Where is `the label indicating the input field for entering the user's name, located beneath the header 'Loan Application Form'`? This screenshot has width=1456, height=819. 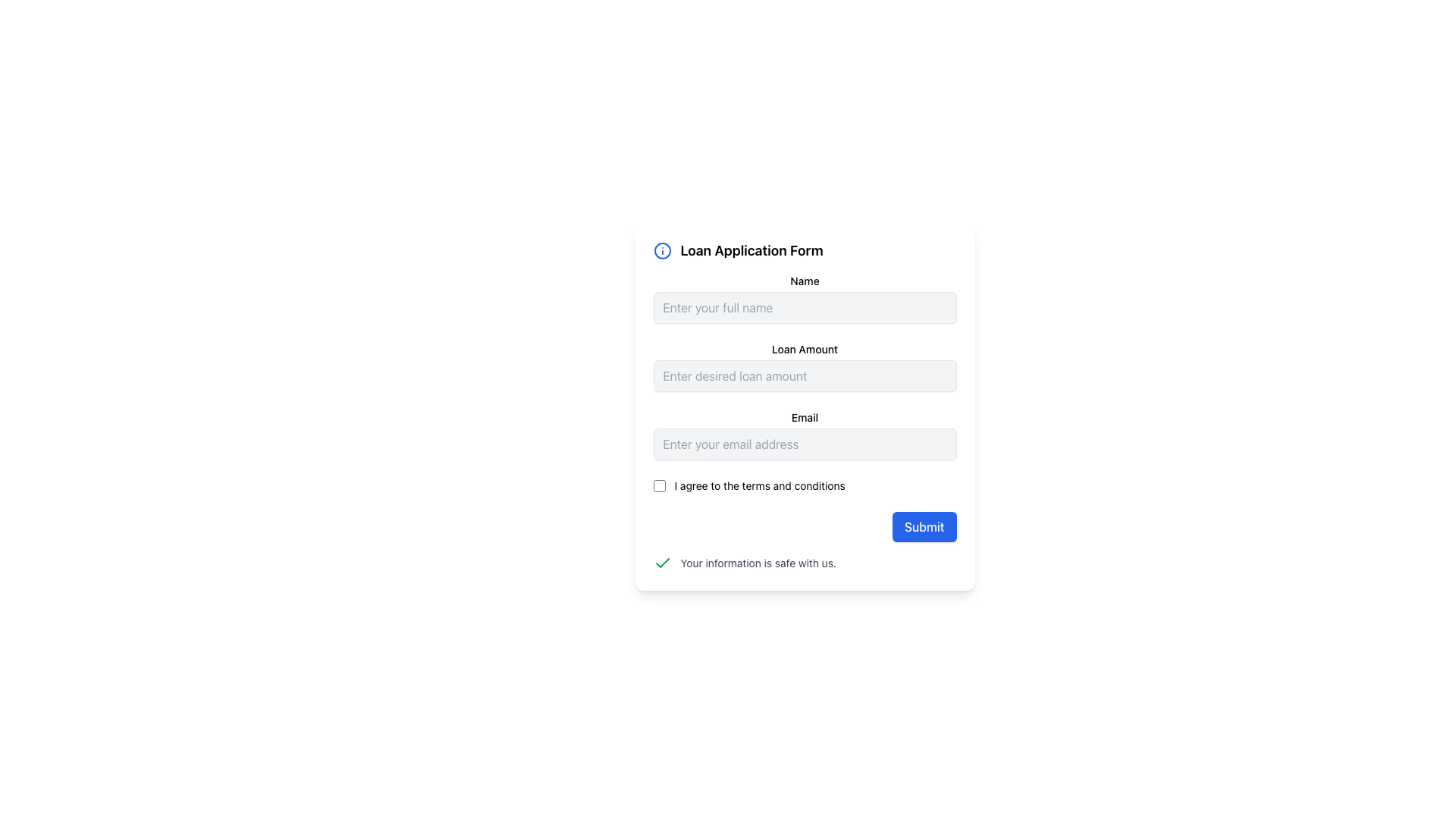
the label indicating the input field for entering the user's name, located beneath the header 'Loan Application Form' is located at coordinates (804, 281).